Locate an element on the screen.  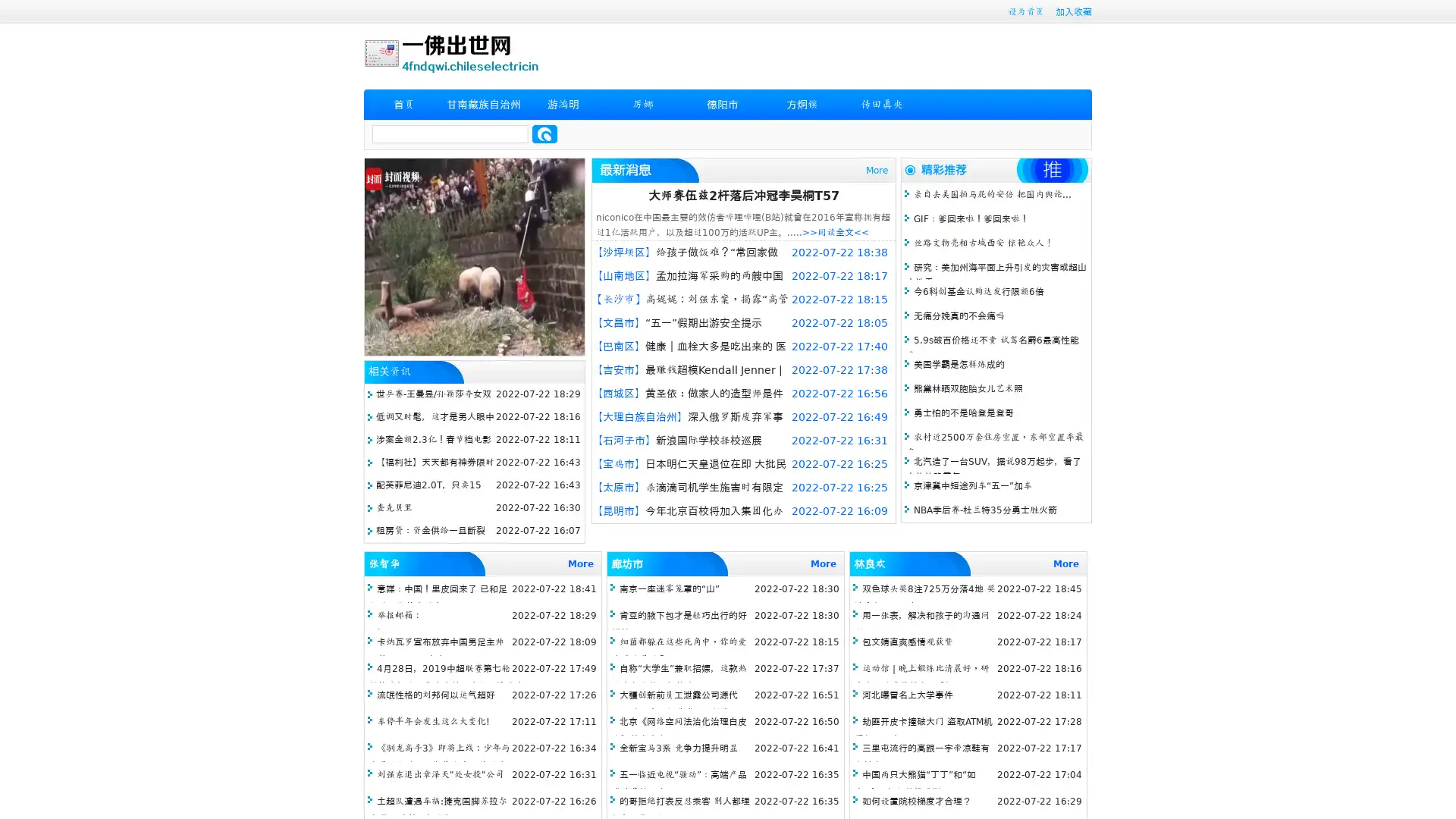
Search is located at coordinates (544, 133).